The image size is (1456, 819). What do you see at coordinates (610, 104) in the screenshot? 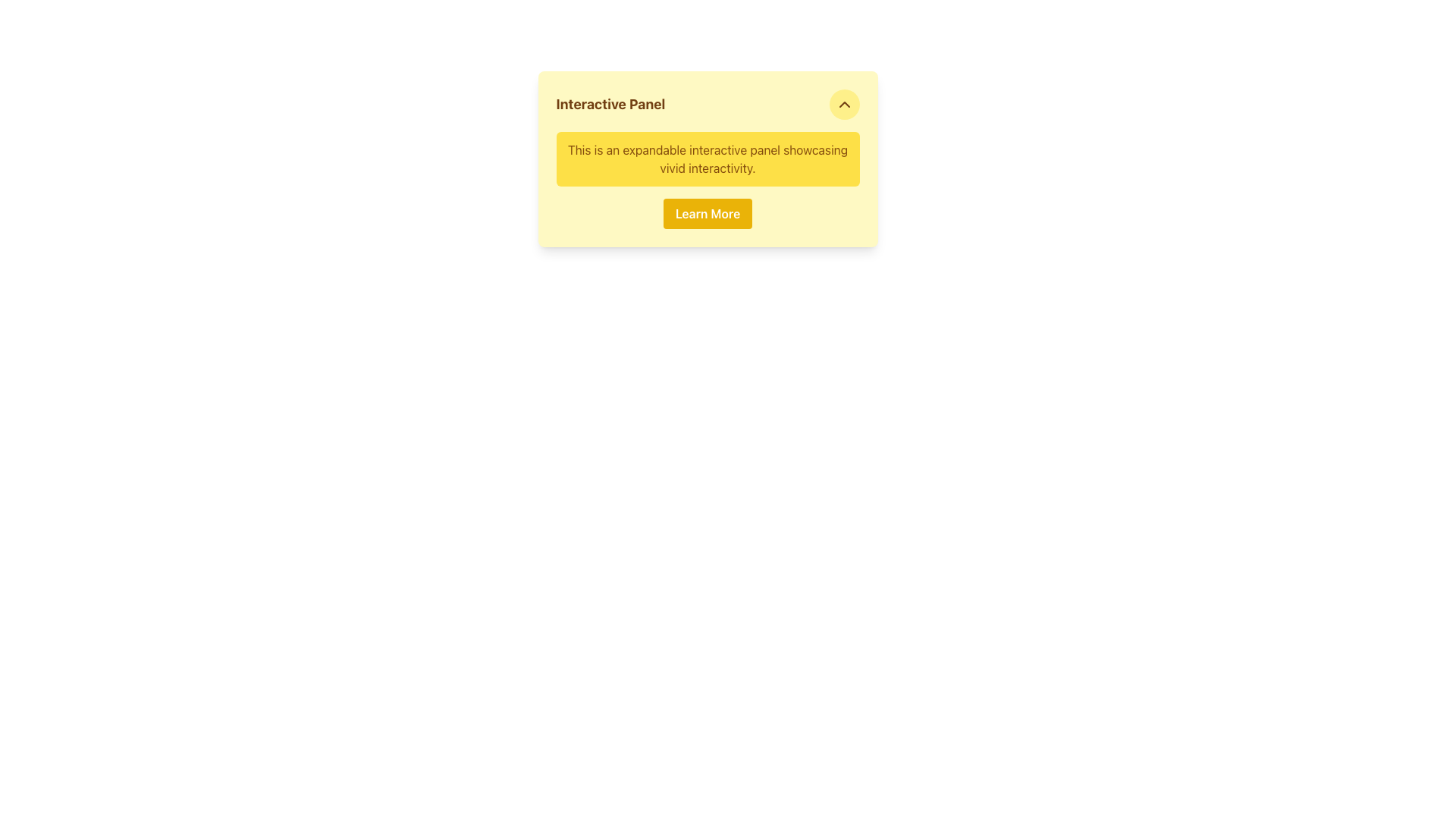
I see `text from the bold header labeled 'Interactive Panel', which is prominently displayed at the top-left corner of the yellow background panel` at bounding box center [610, 104].